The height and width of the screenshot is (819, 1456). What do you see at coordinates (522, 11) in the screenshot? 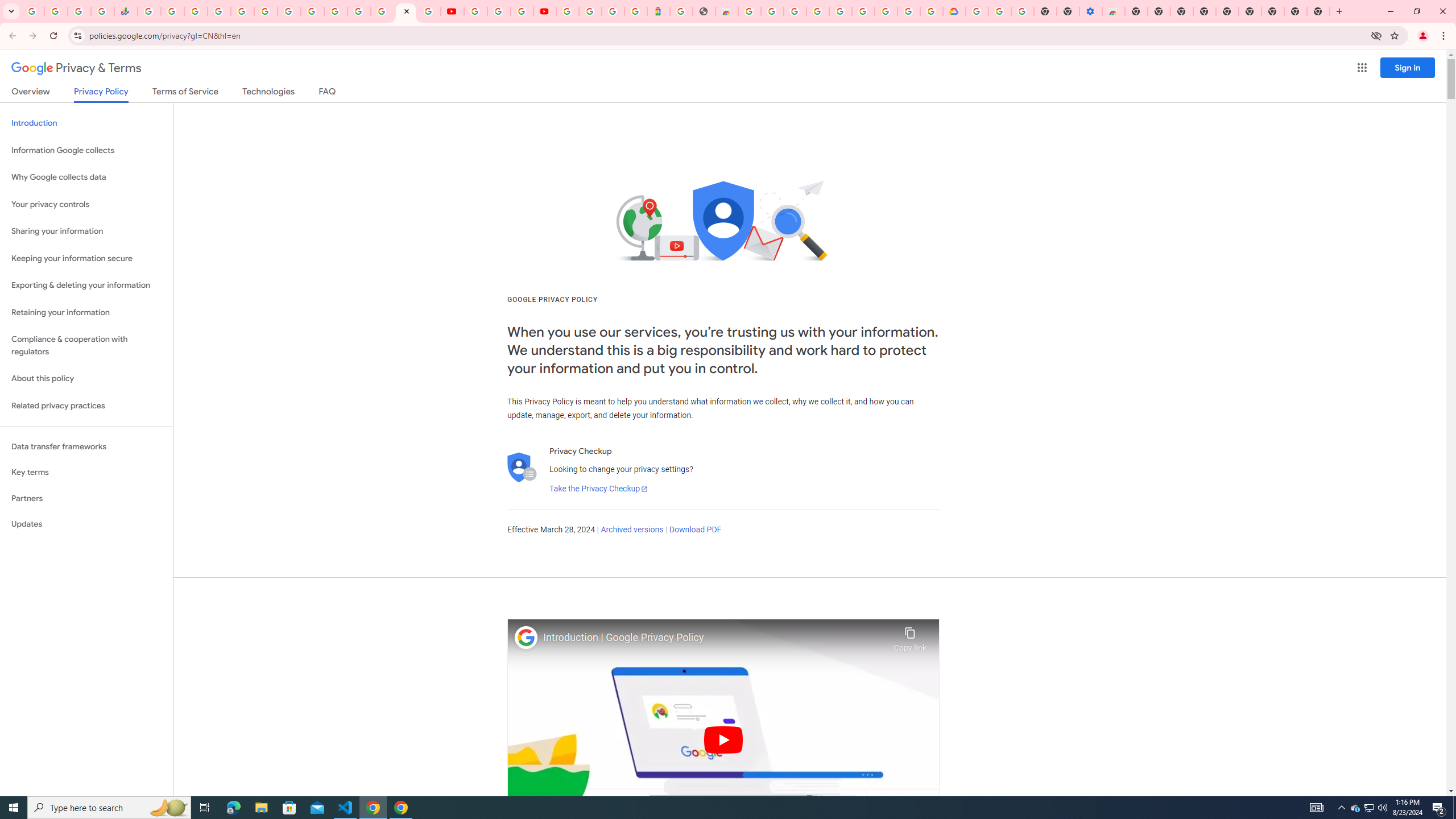
I see `'Create your Google Account'` at bounding box center [522, 11].